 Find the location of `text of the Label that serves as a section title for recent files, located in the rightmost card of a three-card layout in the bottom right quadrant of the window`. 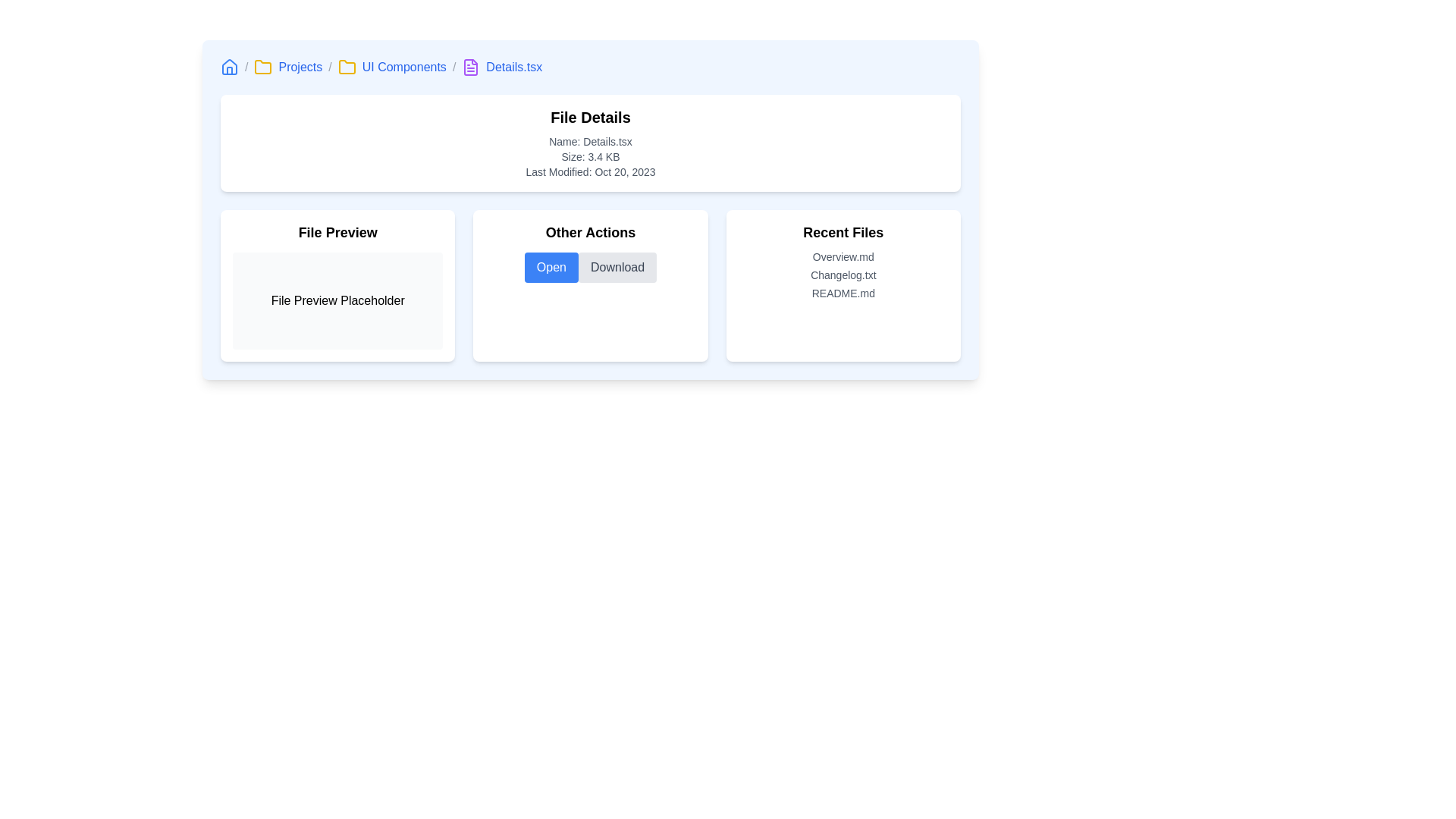

text of the Label that serves as a section title for recent files, located in the rightmost card of a three-card layout in the bottom right quadrant of the window is located at coordinates (843, 233).